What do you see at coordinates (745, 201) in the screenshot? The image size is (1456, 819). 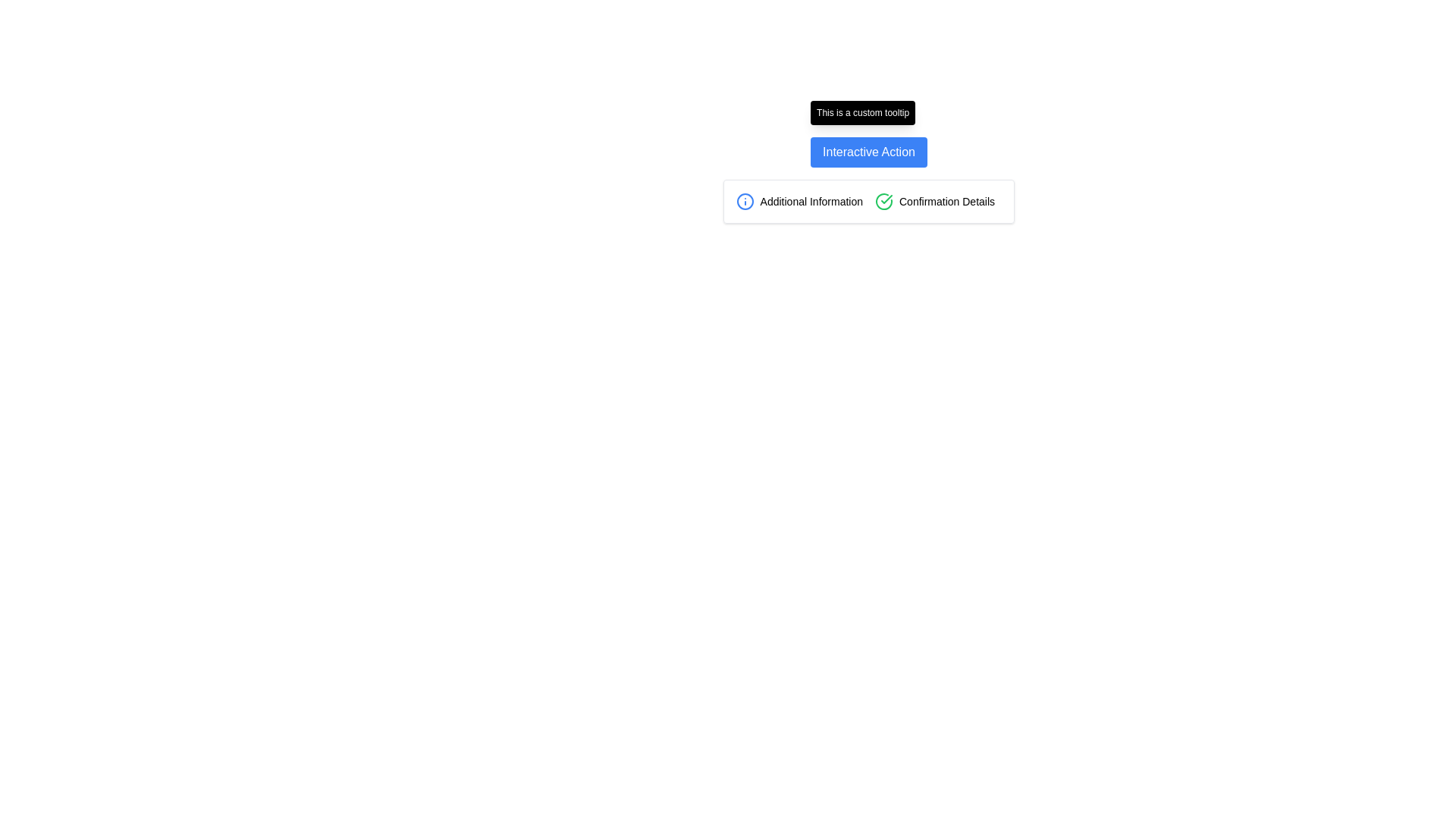 I see `the small circular informational icon with a blue outline and a white background, which features an 'i' symbol, located at the far left of the horizontal group containing the 'Additional Information' label` at bounding box center [745, 201].